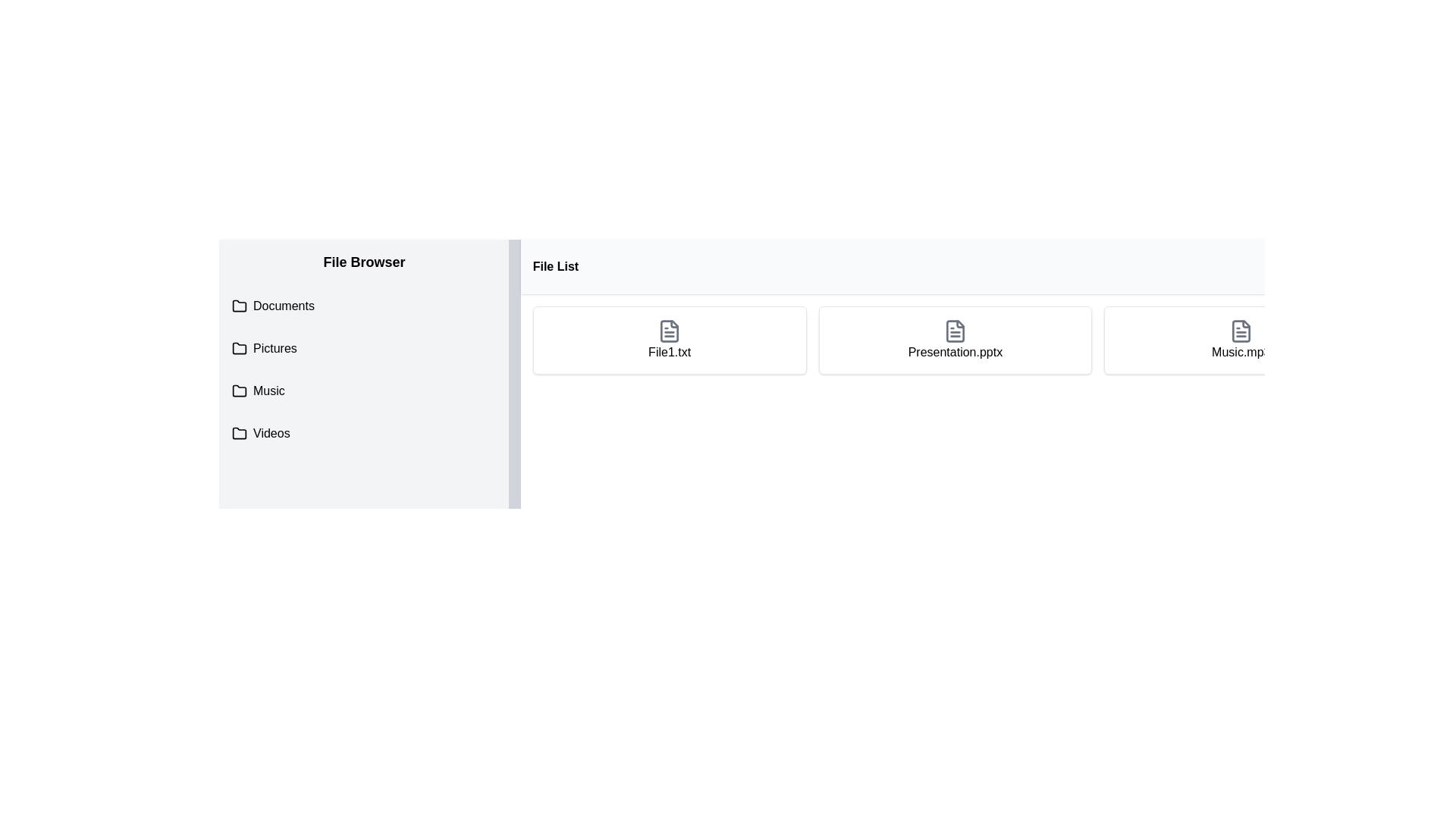 The height and width of the screenshot is (819, 1456). What do you see at coordinates (271, 433) in the screenshot?
I see `the folder icon located to the left of the 'Videos' text label in the 'File Browser' section` at bounding box center [271, 433].